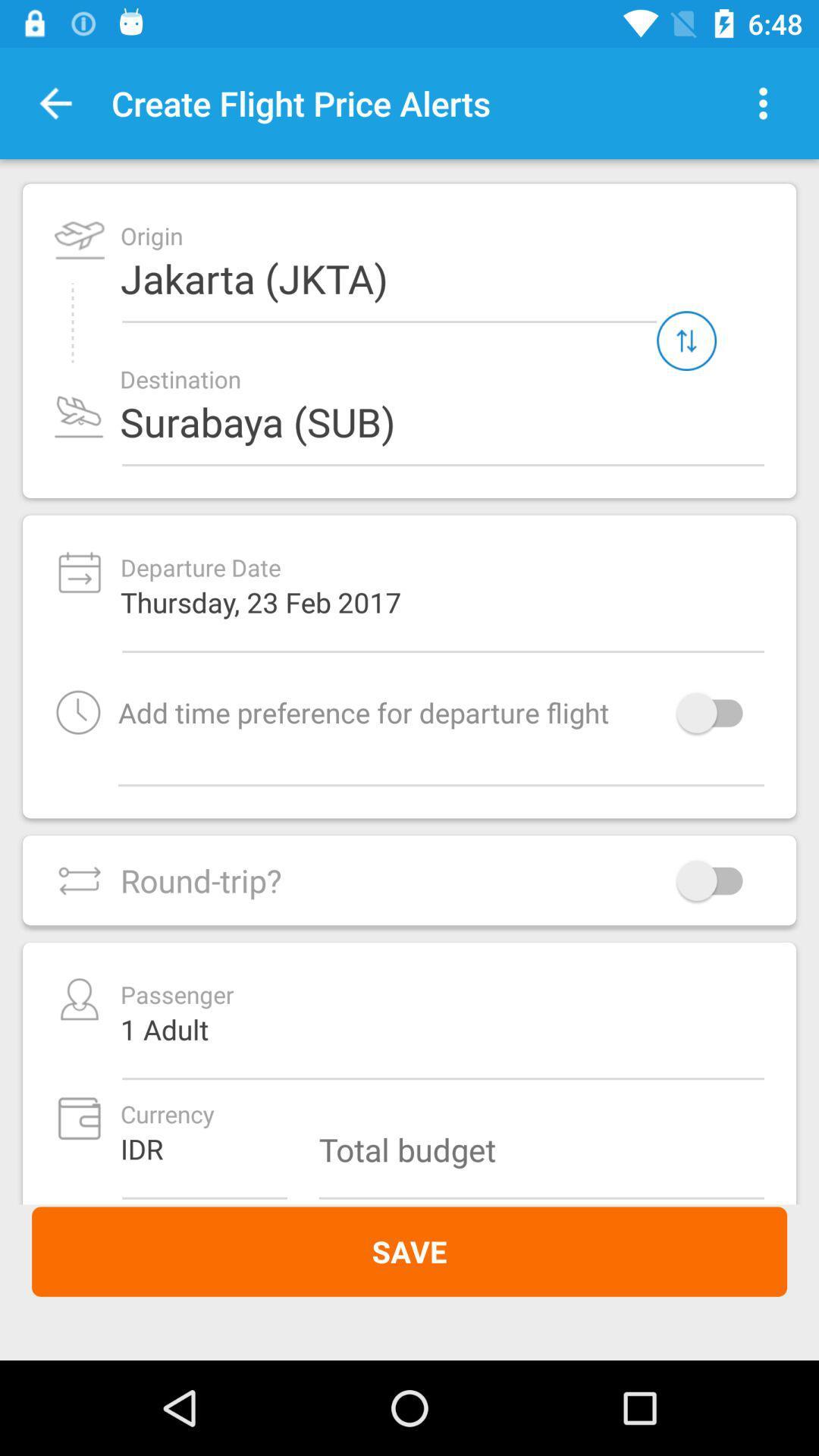 The height and width of the screenshot is (1456, 819). Describe the element at coordinates (55, 102) in the screenshot. I see `go back` at that location.